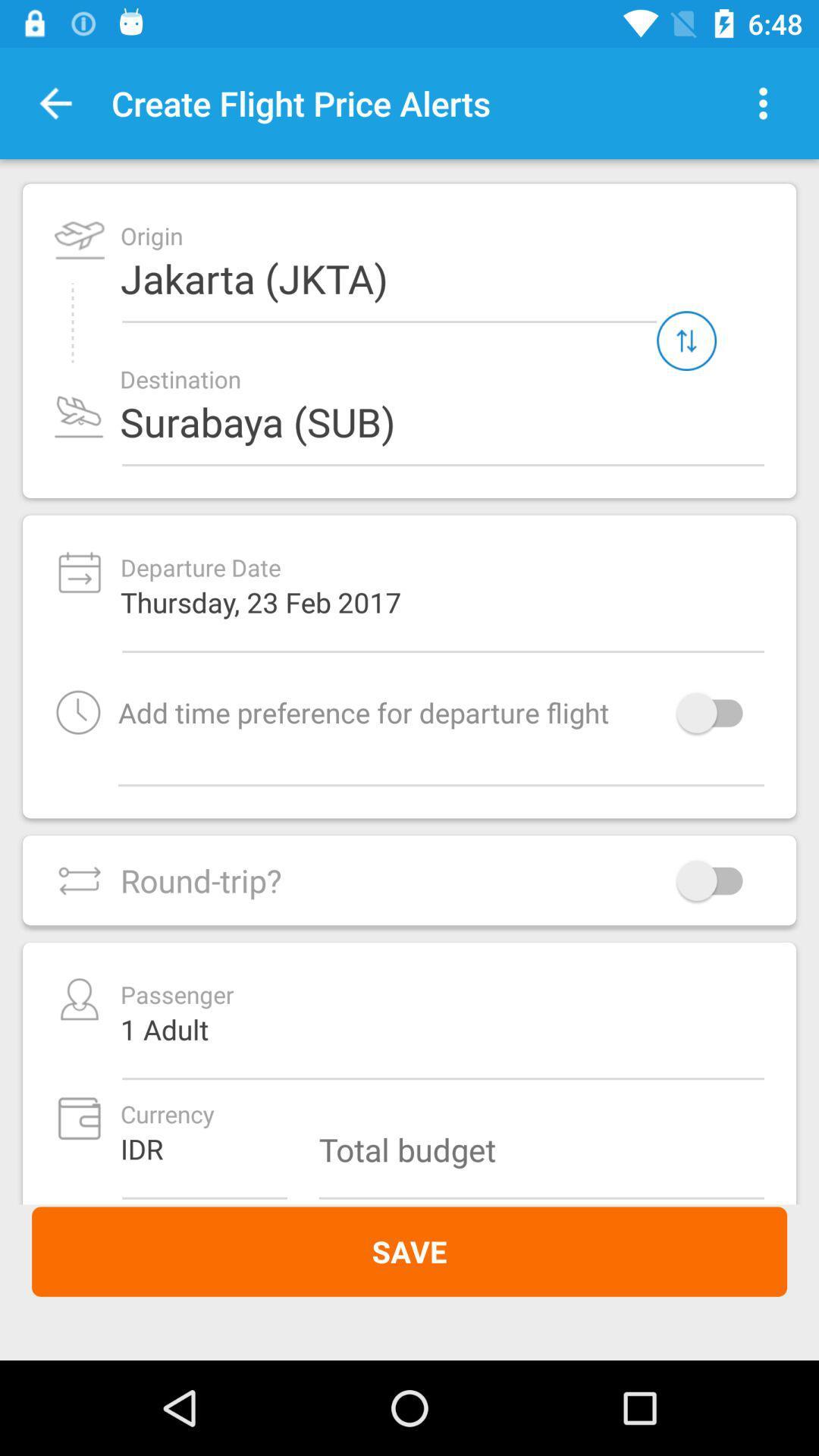 The height and width of the screenshot is (1456, 819). Describe the element at coordinates (55, 102) in the screenshot. I see `go back` at that location.